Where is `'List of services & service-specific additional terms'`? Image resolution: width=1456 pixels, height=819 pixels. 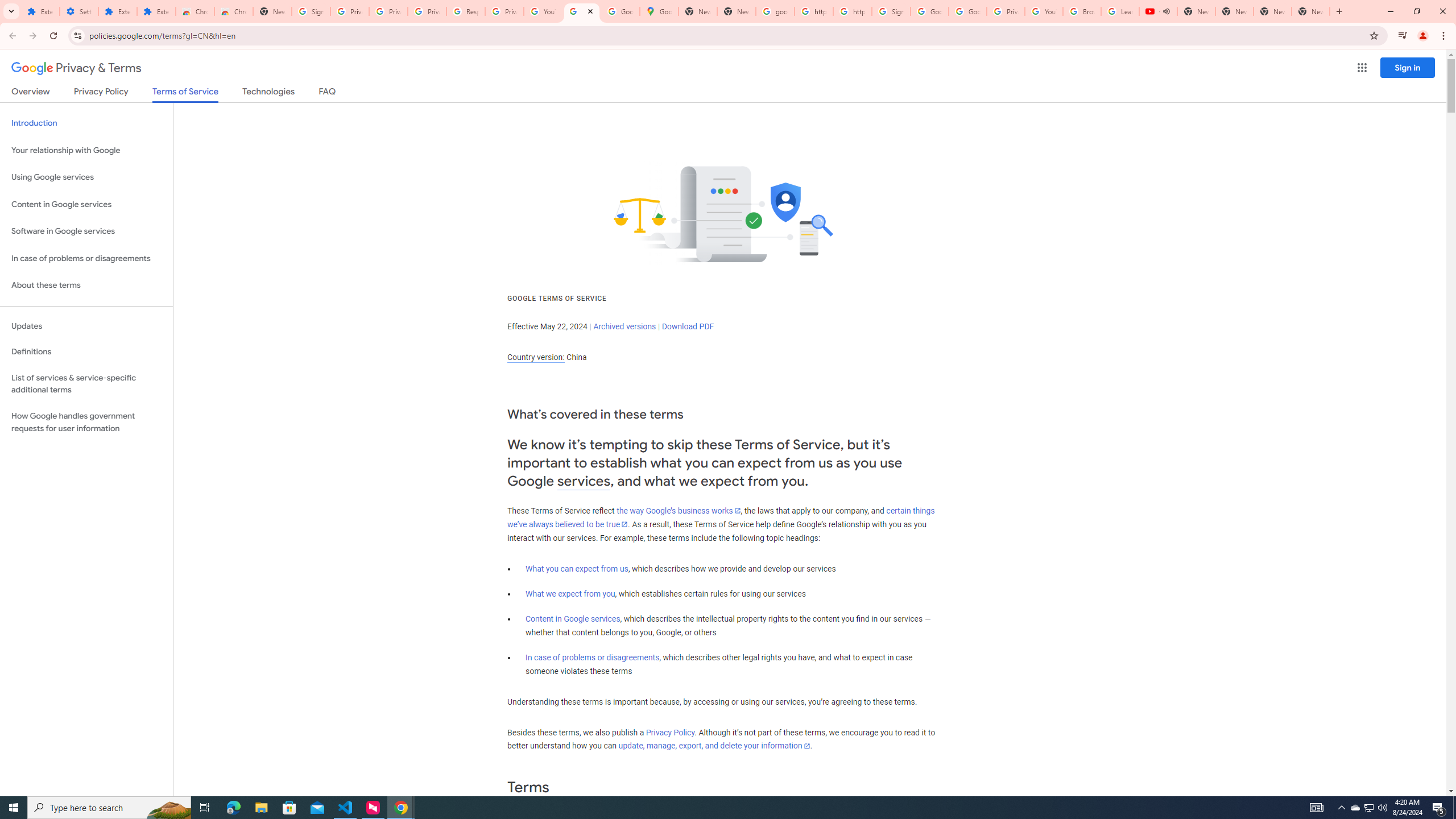 'List of services & service-specific additional terms' is located at coordinates (86, 383).